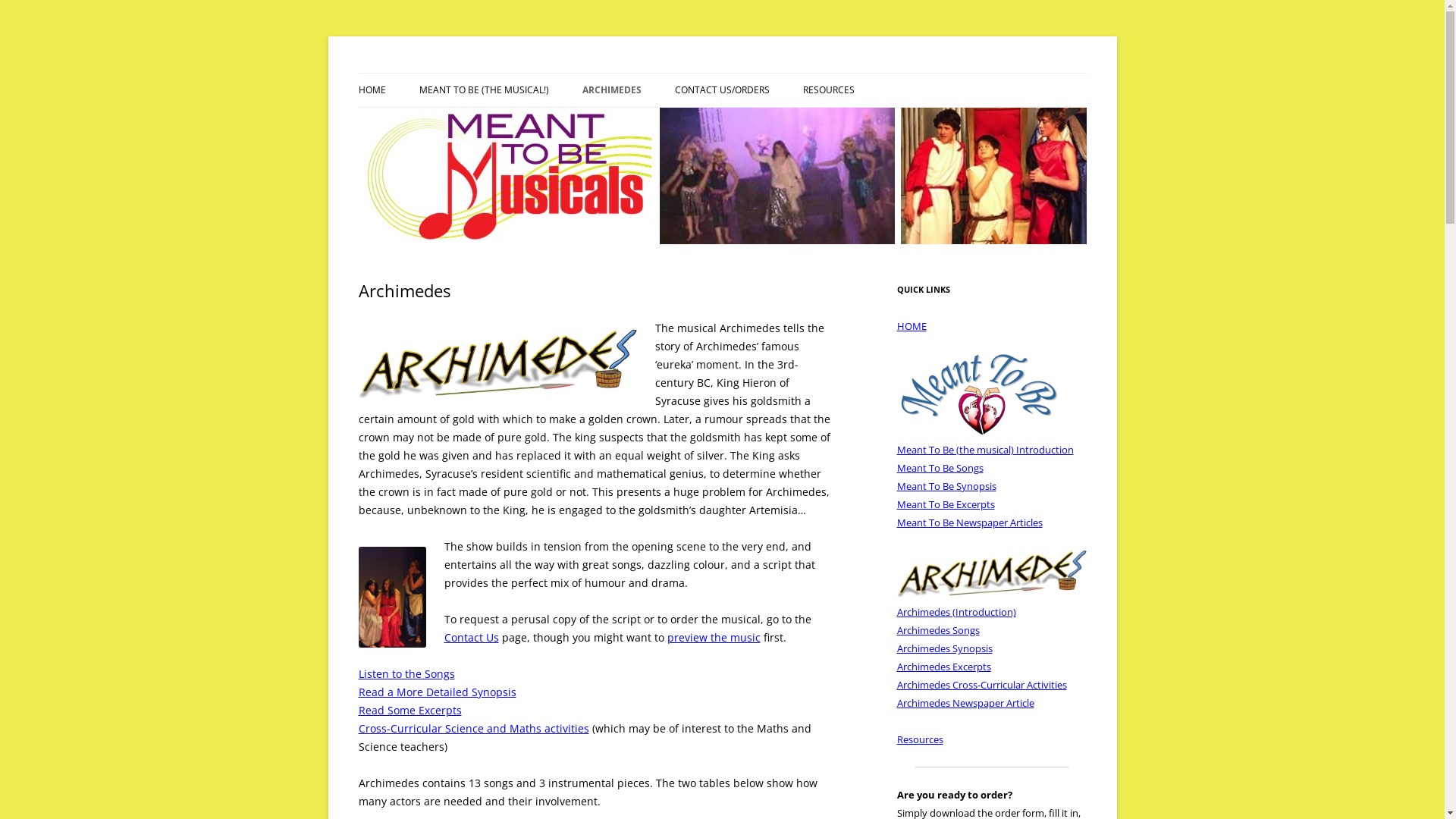  I want to click on 'MEANT TO BE (THE MUSICAL!)', so click(494, 121).